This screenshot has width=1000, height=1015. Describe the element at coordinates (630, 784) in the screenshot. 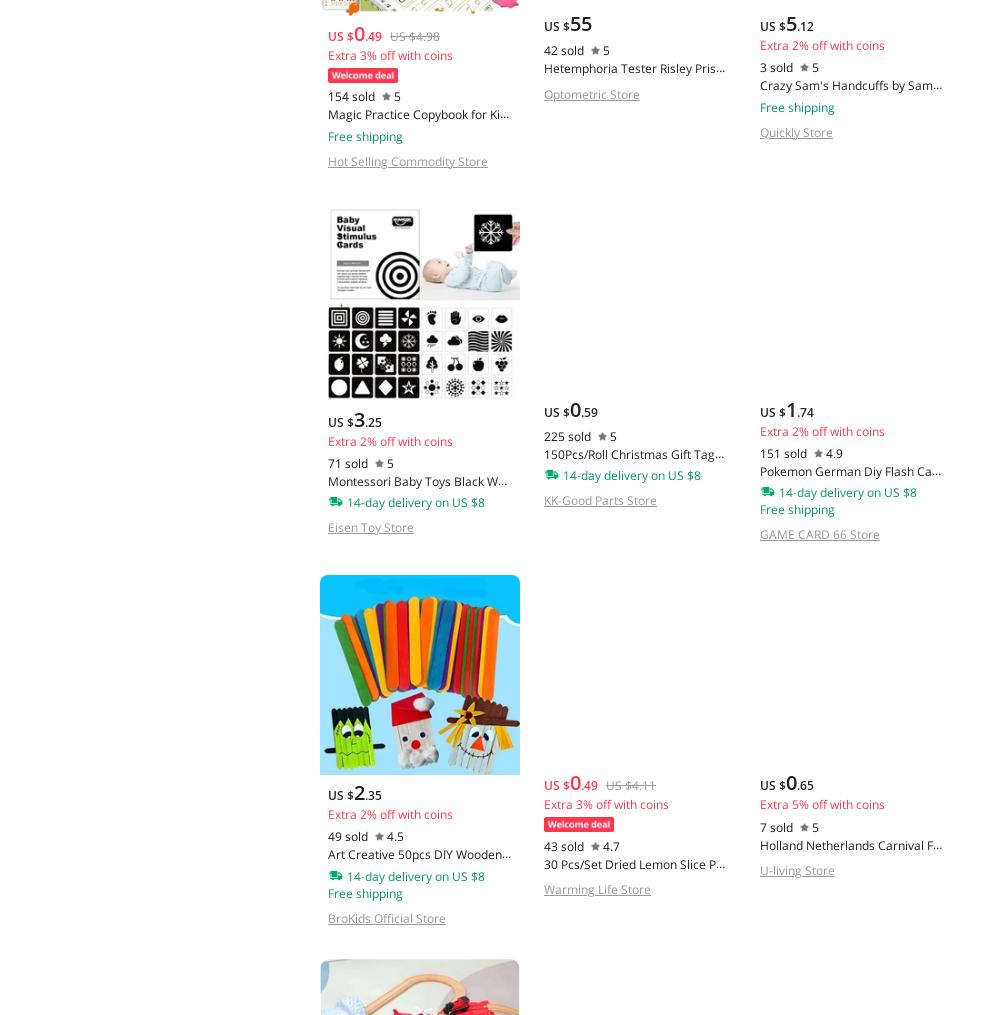

I see `'US $4.11'` at that location.